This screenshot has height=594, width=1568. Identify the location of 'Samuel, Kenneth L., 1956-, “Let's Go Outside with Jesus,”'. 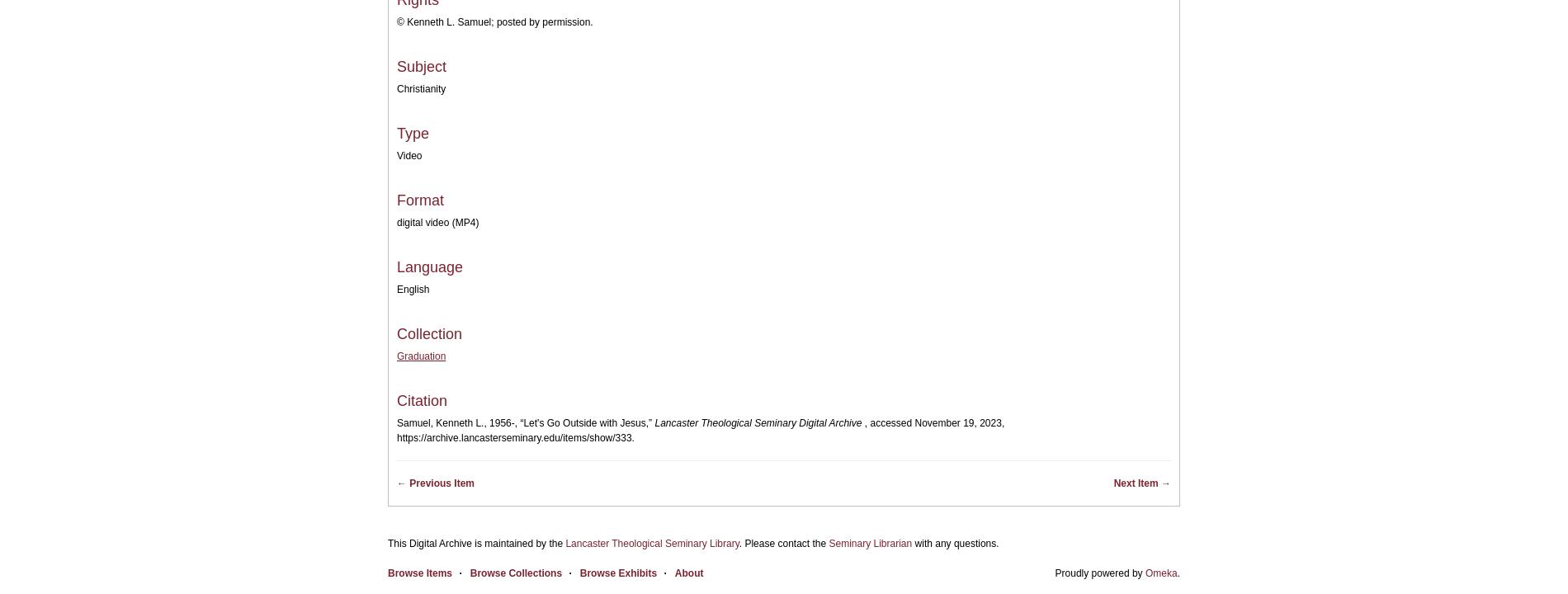
(397, 422).